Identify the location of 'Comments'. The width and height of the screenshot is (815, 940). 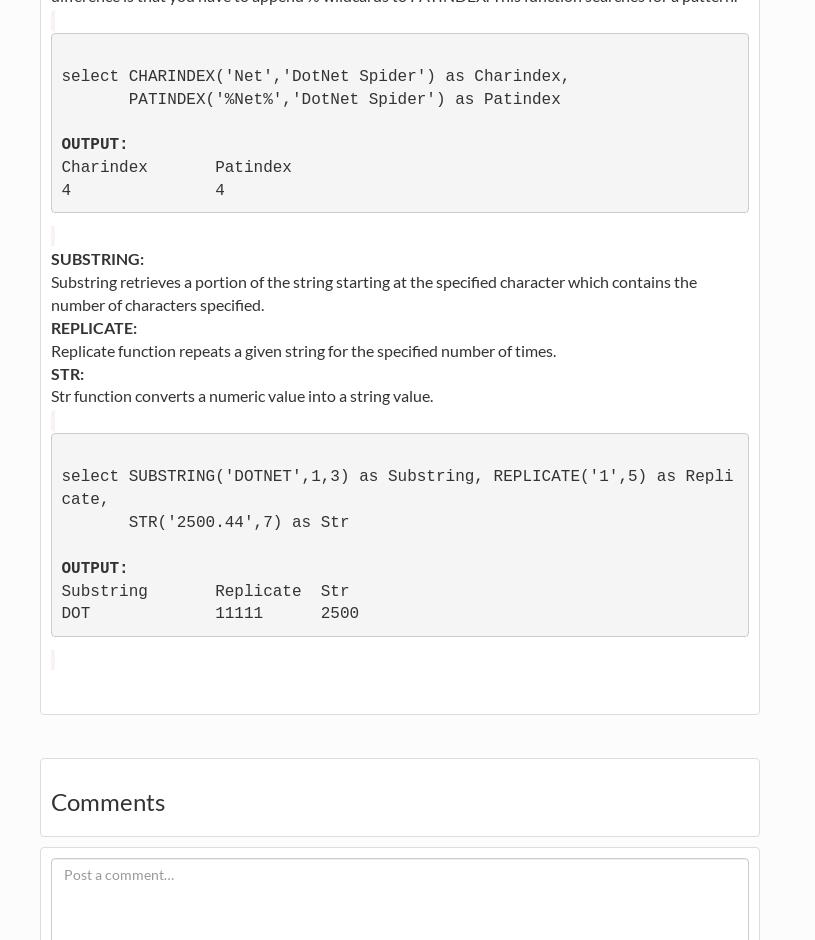
(50, 801).